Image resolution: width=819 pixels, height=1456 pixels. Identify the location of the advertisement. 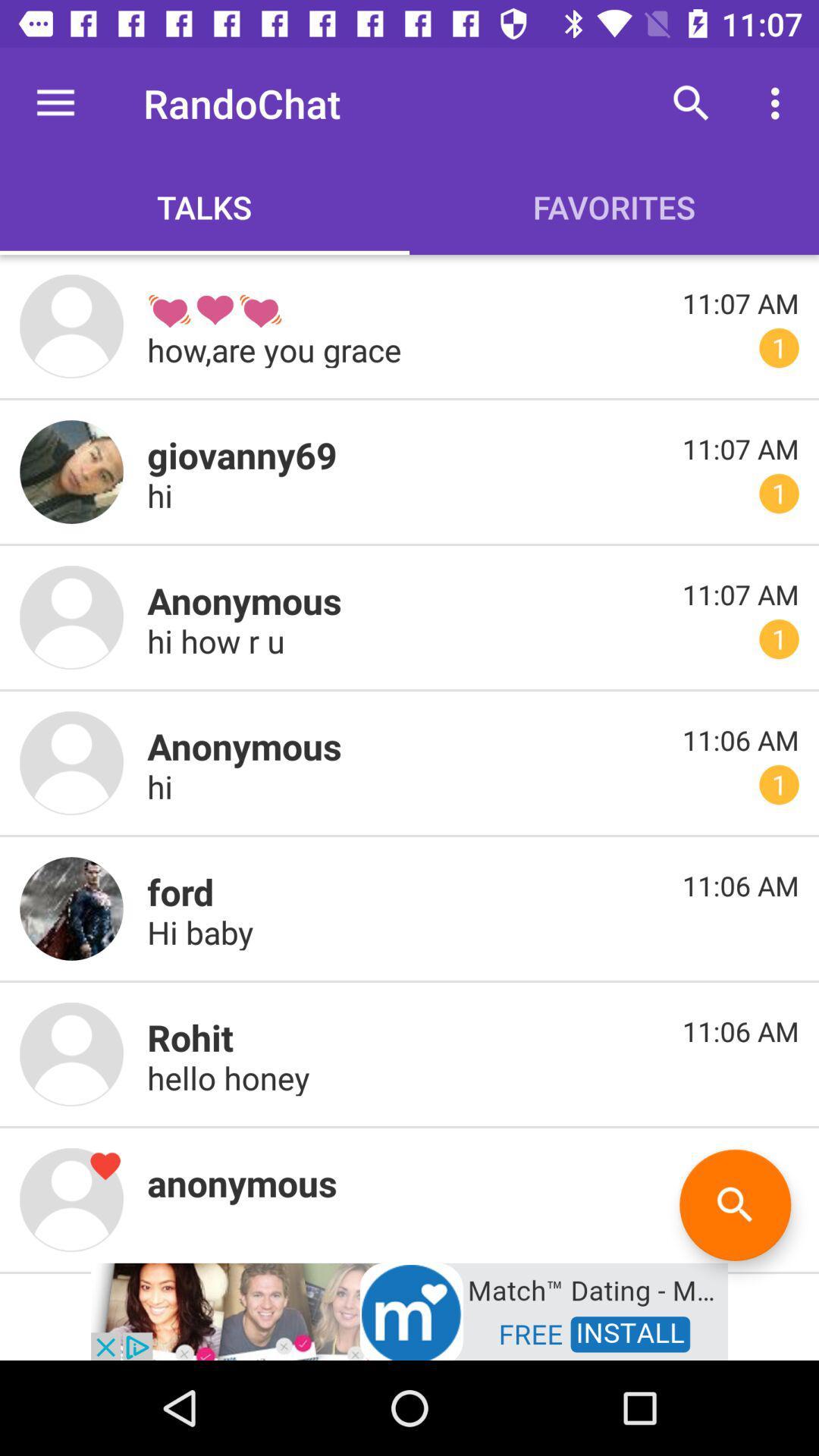
(409, 1310).